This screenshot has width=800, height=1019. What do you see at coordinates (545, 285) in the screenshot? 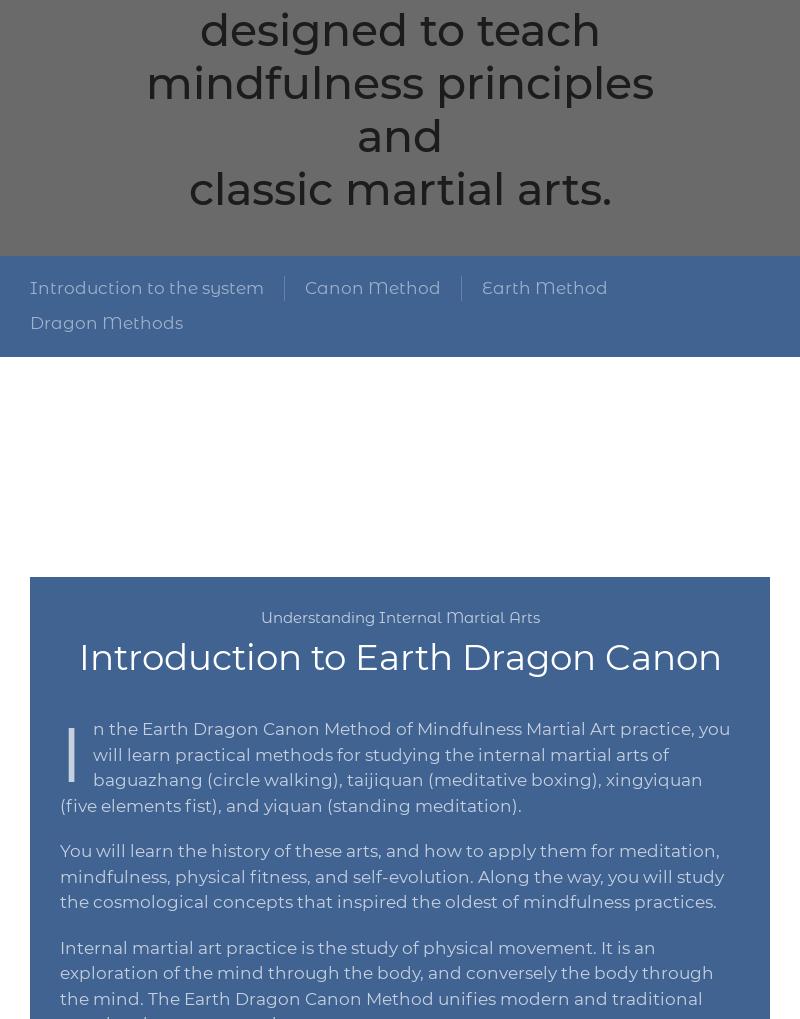
I see `'Earth Method'` at bounding box center [545, 285].